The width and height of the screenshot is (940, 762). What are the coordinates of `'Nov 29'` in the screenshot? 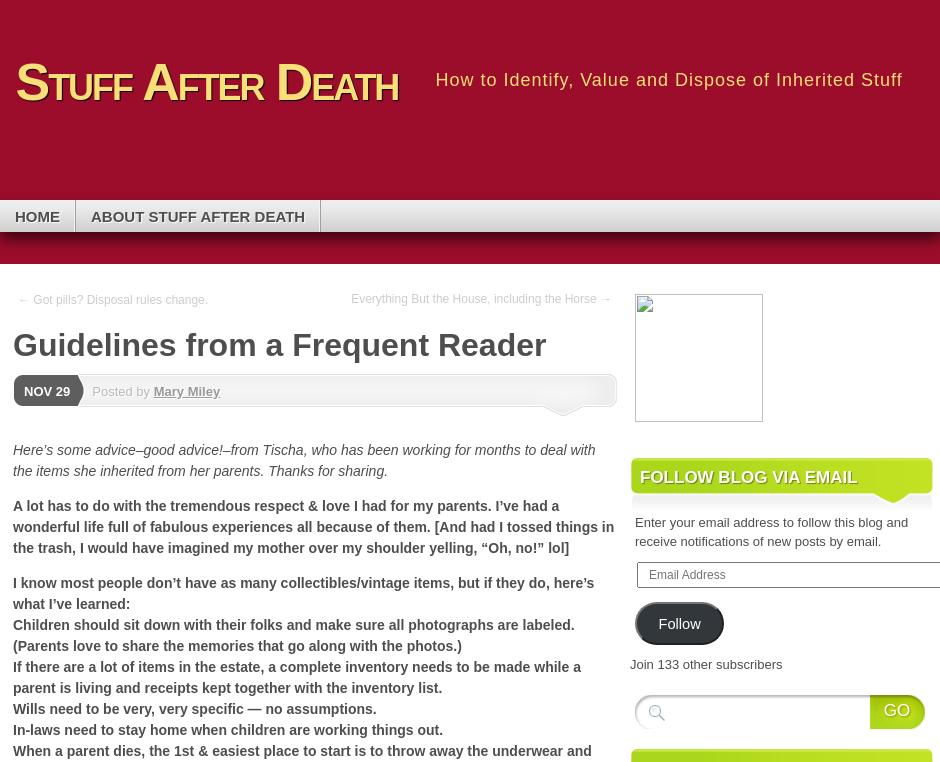 It's located at (46, 389).